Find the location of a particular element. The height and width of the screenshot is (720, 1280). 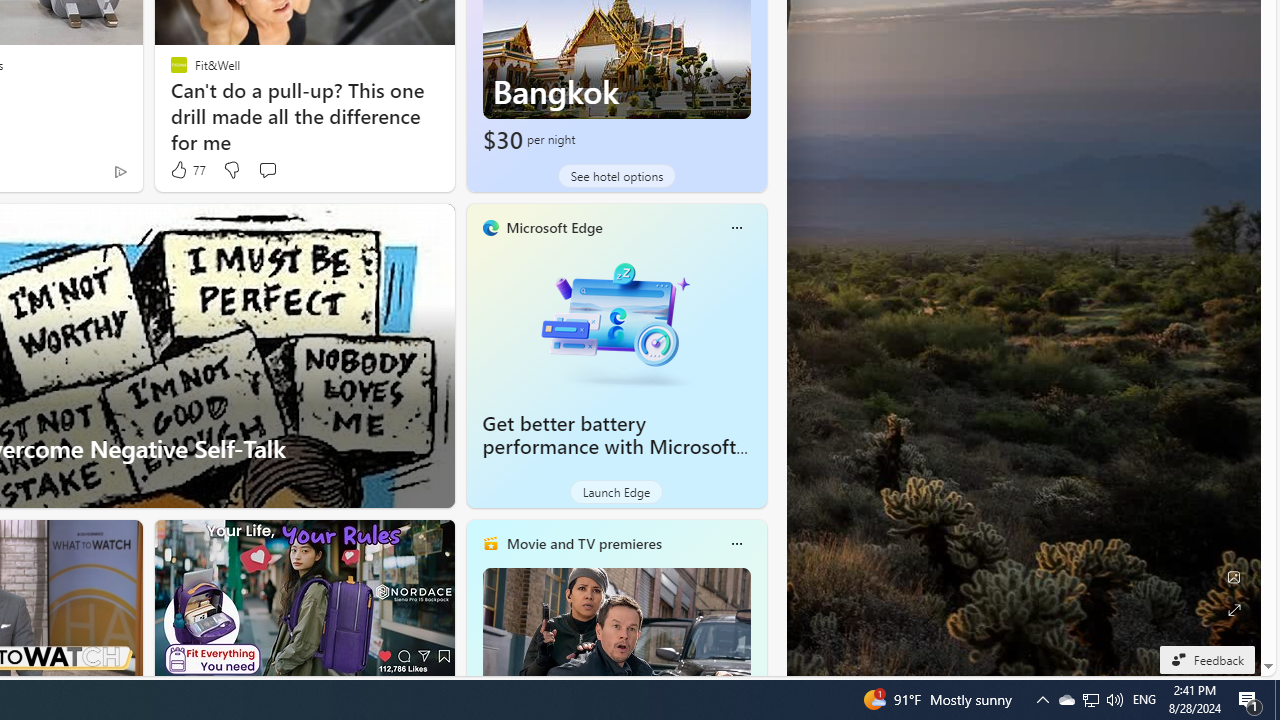

'Microsoft Edge' is located at coordinates (554, 226).